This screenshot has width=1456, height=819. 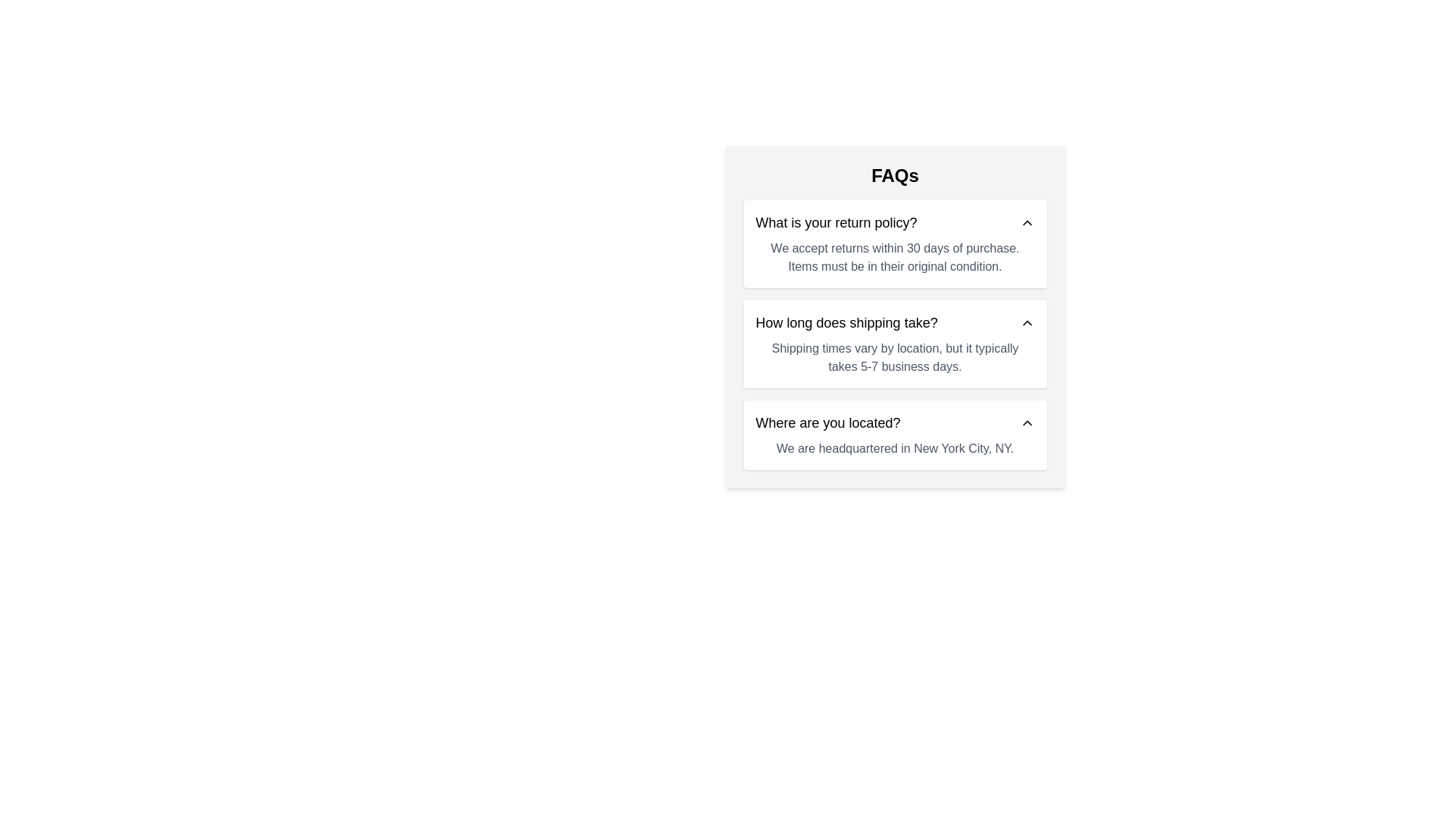 What do you see at coordinates (895, 435) in the screenshot?
I see `the FAQ card that provides the answer to 'Where are you located?' in the FAQ section` at bounding box center [895, 435].